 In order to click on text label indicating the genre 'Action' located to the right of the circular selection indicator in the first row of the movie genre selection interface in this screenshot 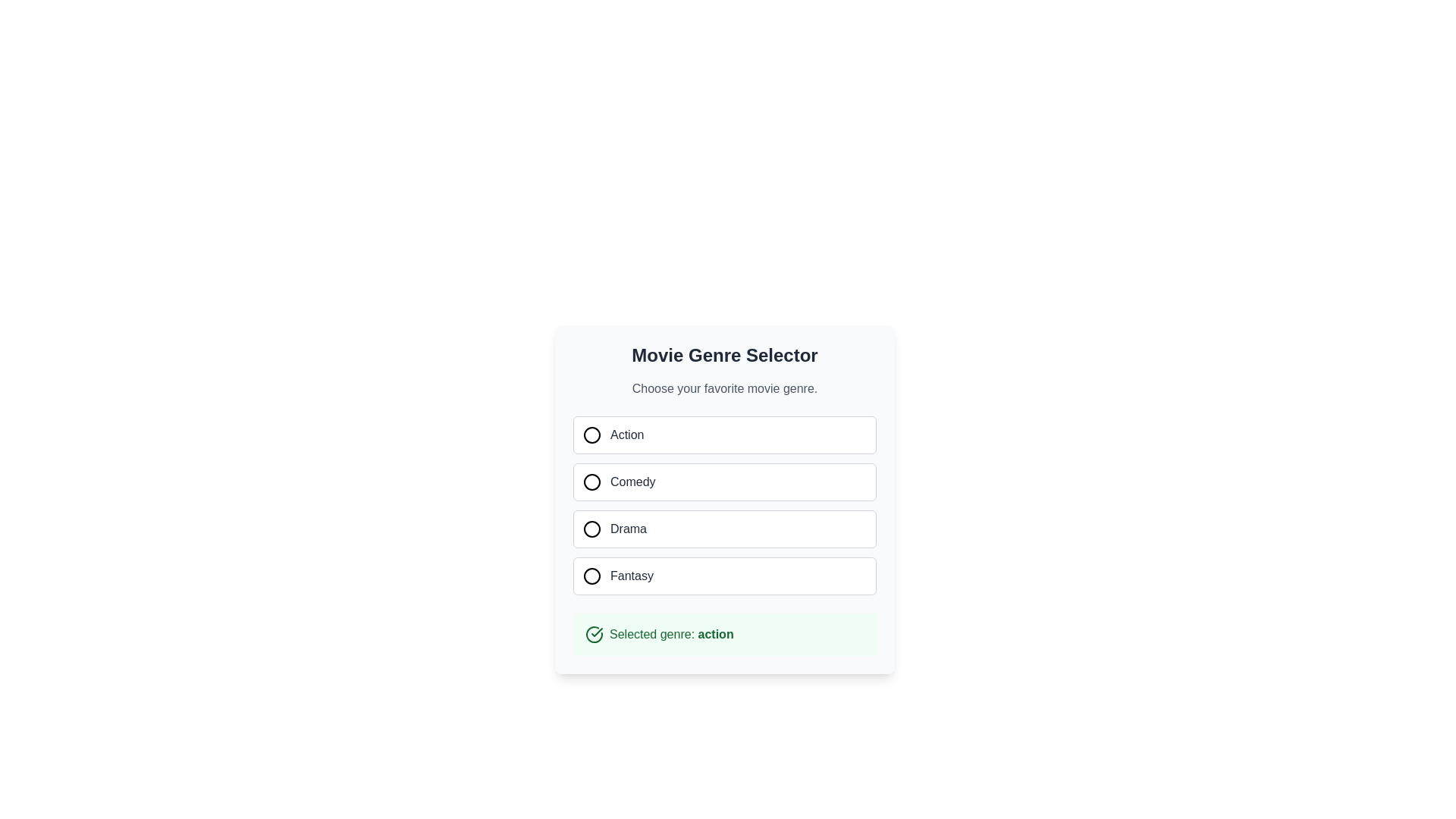, I will do `click(627, 435)`.